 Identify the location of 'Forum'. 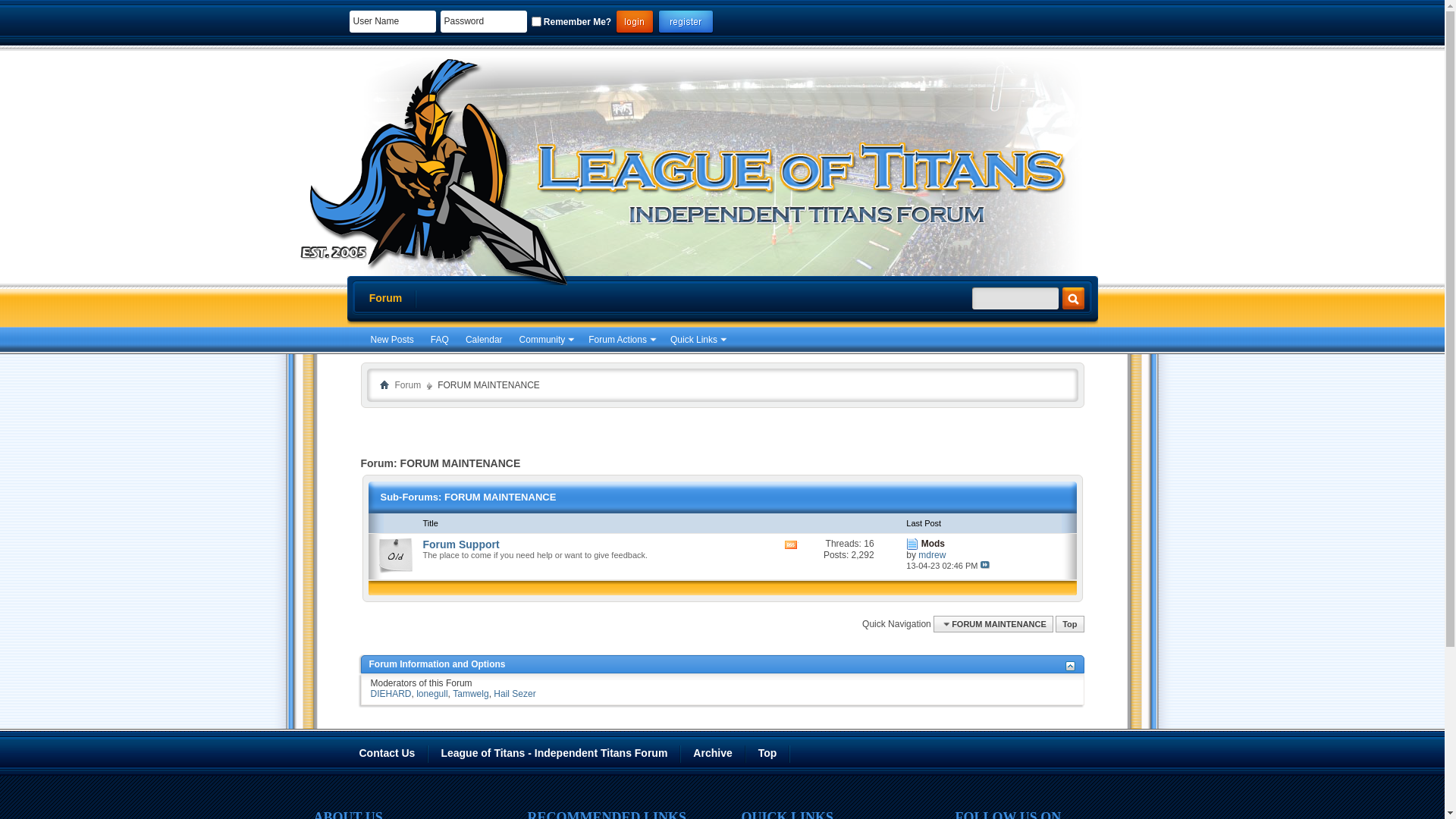
(385, 298).